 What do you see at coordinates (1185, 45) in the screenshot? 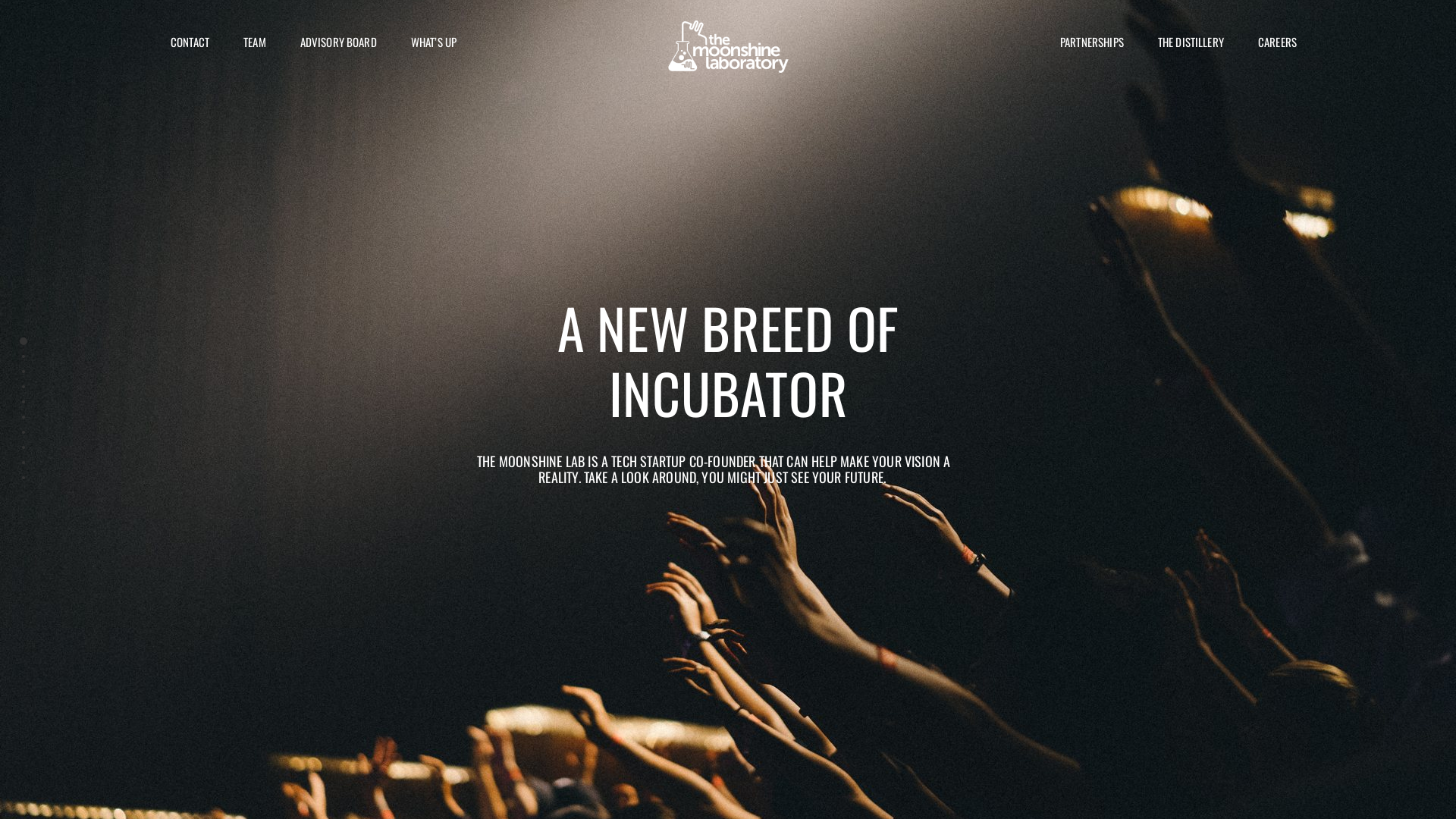
I see `'THE DISTILLERY'` at bounding box center [1185, 45].